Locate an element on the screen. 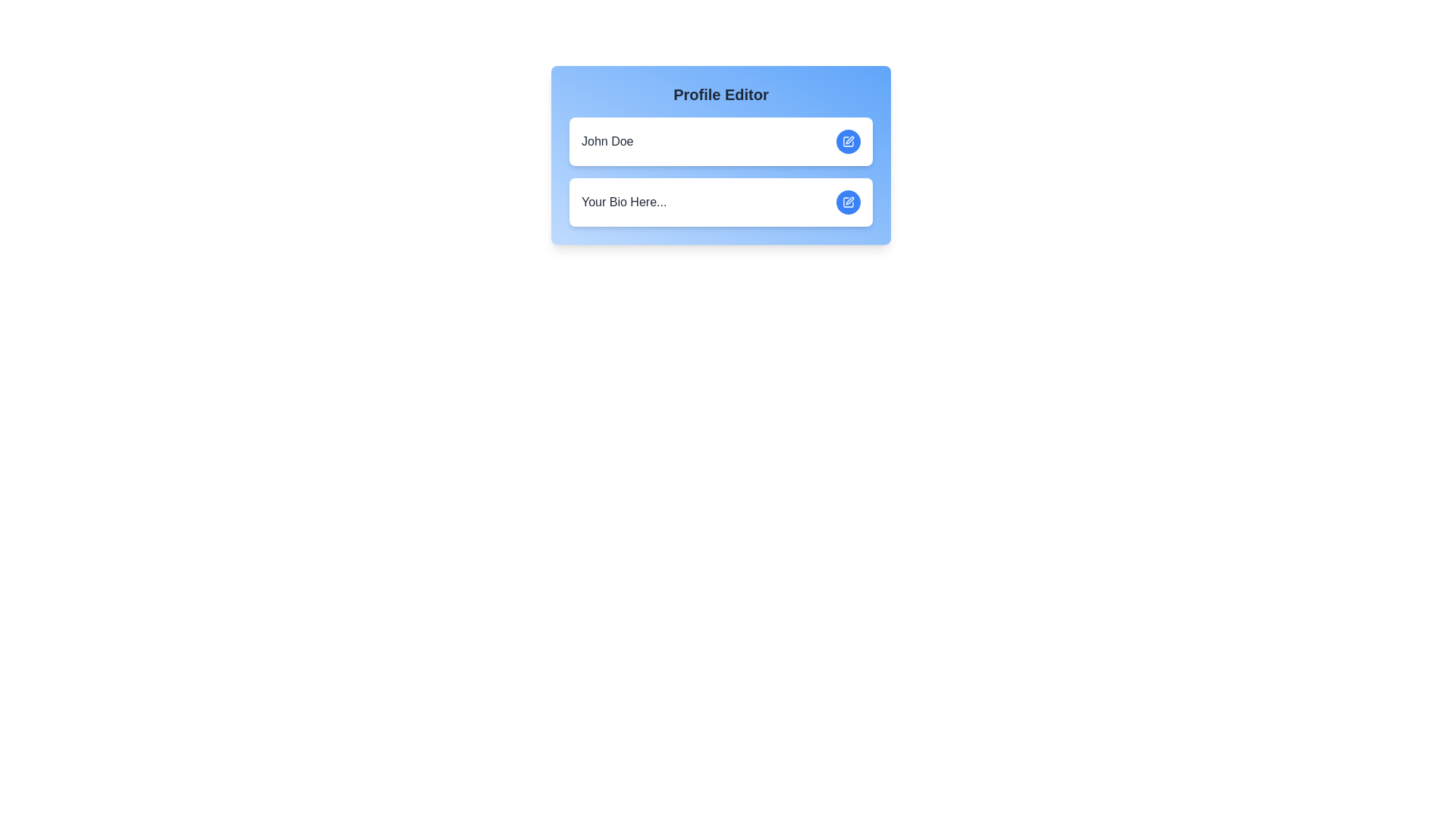 The width and height of the screenshot is (1456, 819). text from the 'Profile Editor' title, which is displayed in bold, extra-large font at the top of the page is located at coordinates (720, 94).